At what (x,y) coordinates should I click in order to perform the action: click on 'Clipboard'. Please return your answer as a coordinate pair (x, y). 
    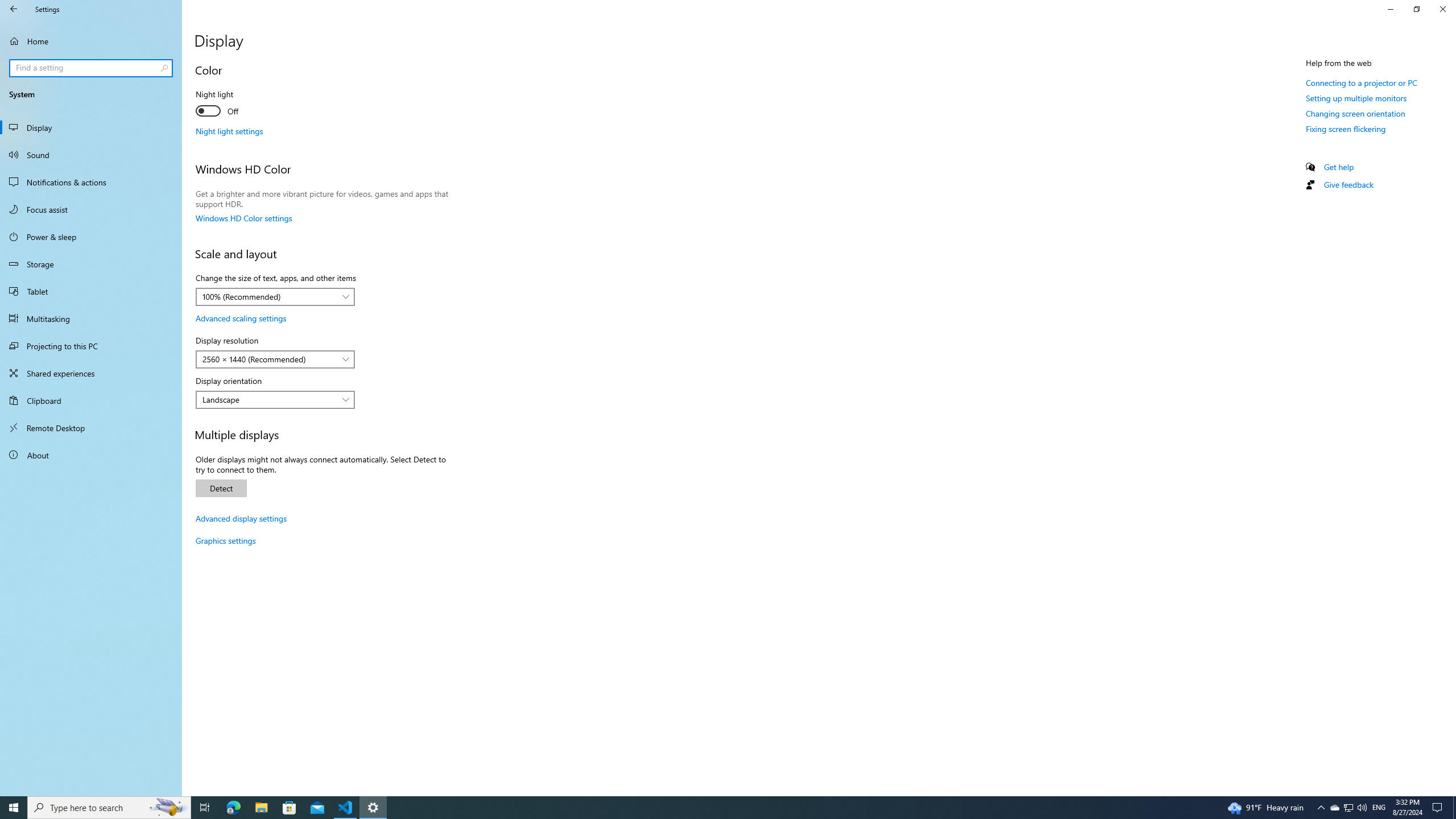
    Looking at the image, I should click on (90, 400).